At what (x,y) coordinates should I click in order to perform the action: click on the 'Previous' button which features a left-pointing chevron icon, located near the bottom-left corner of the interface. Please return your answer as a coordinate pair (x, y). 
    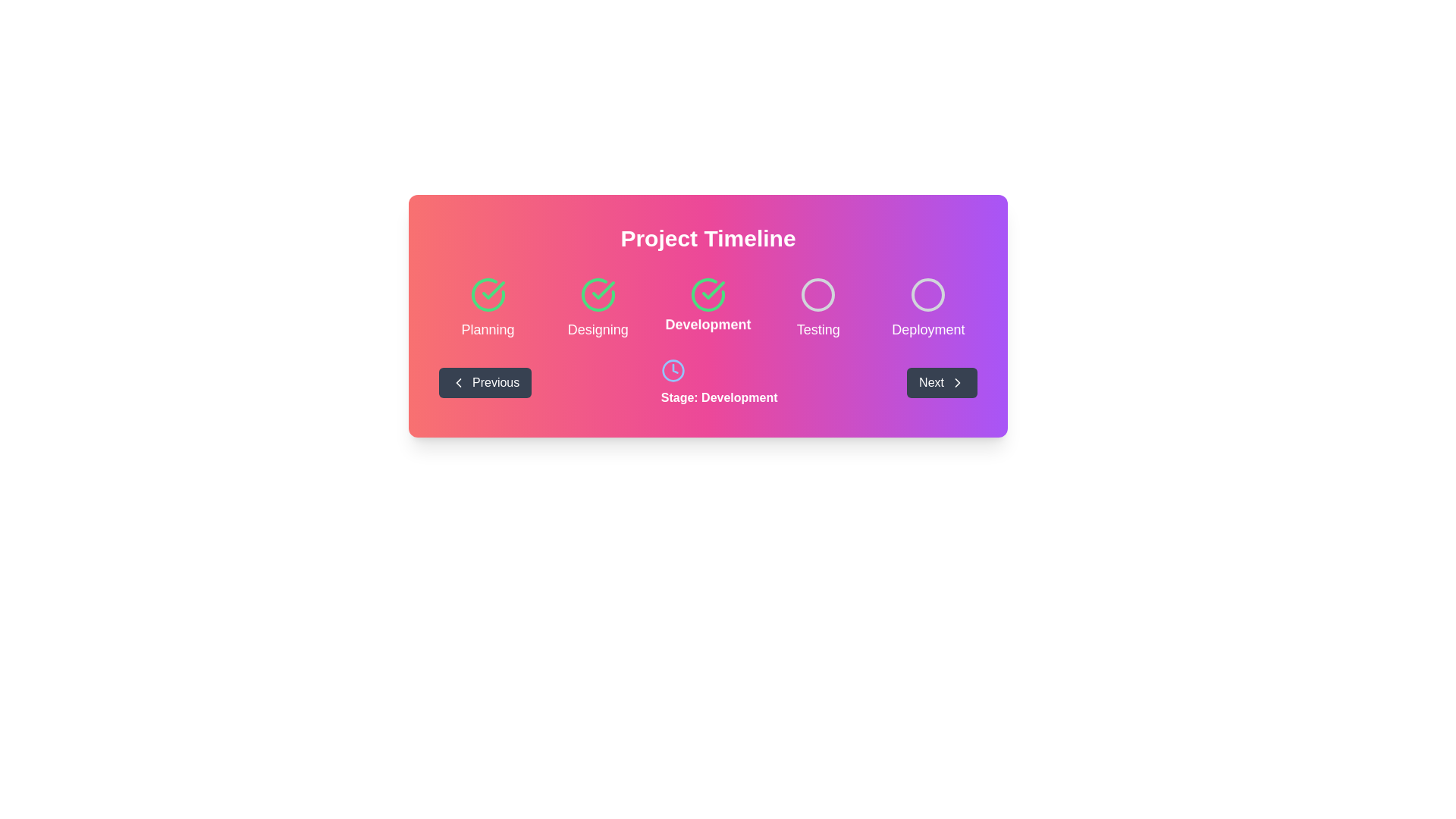
    Looking at the image, I should click on (457, 382).